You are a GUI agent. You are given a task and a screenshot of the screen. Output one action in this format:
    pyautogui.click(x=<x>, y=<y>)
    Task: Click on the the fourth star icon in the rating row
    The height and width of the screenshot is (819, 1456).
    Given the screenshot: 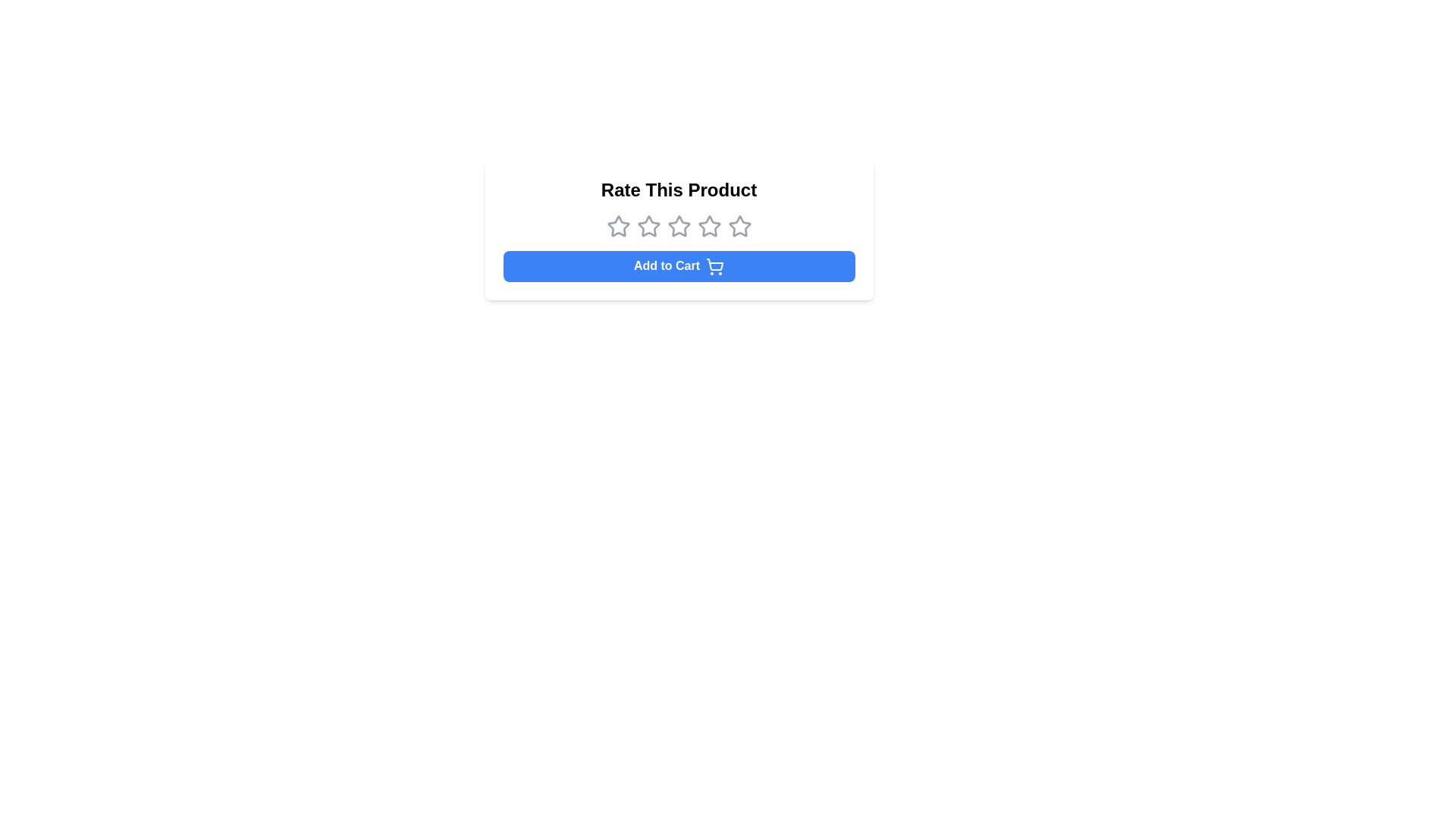 What is the action you would take?
    pyautogui.click(x=708, y=225)
    